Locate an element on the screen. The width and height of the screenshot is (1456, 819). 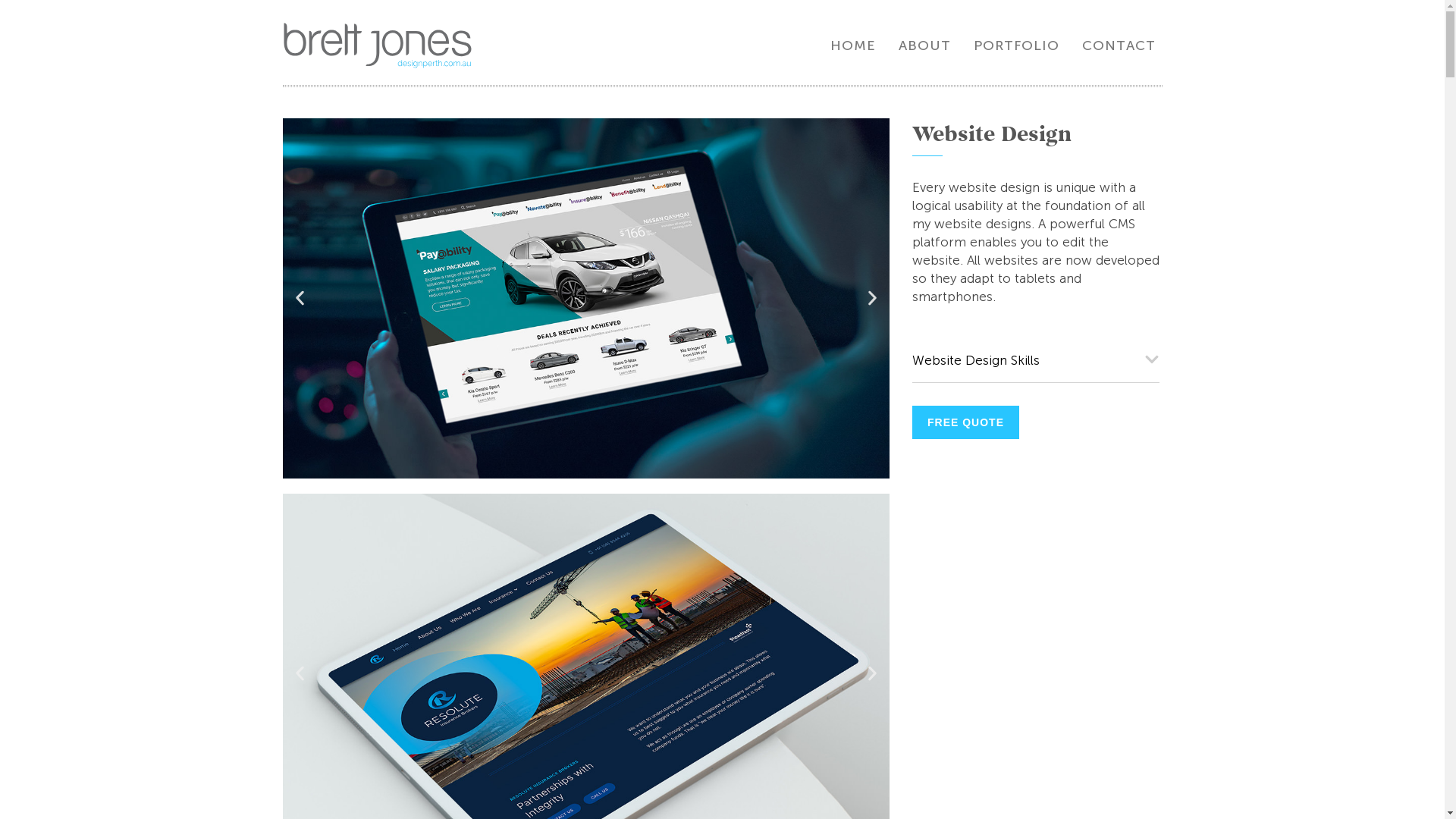
'ABOUT' is located at coordinates (924, 45).